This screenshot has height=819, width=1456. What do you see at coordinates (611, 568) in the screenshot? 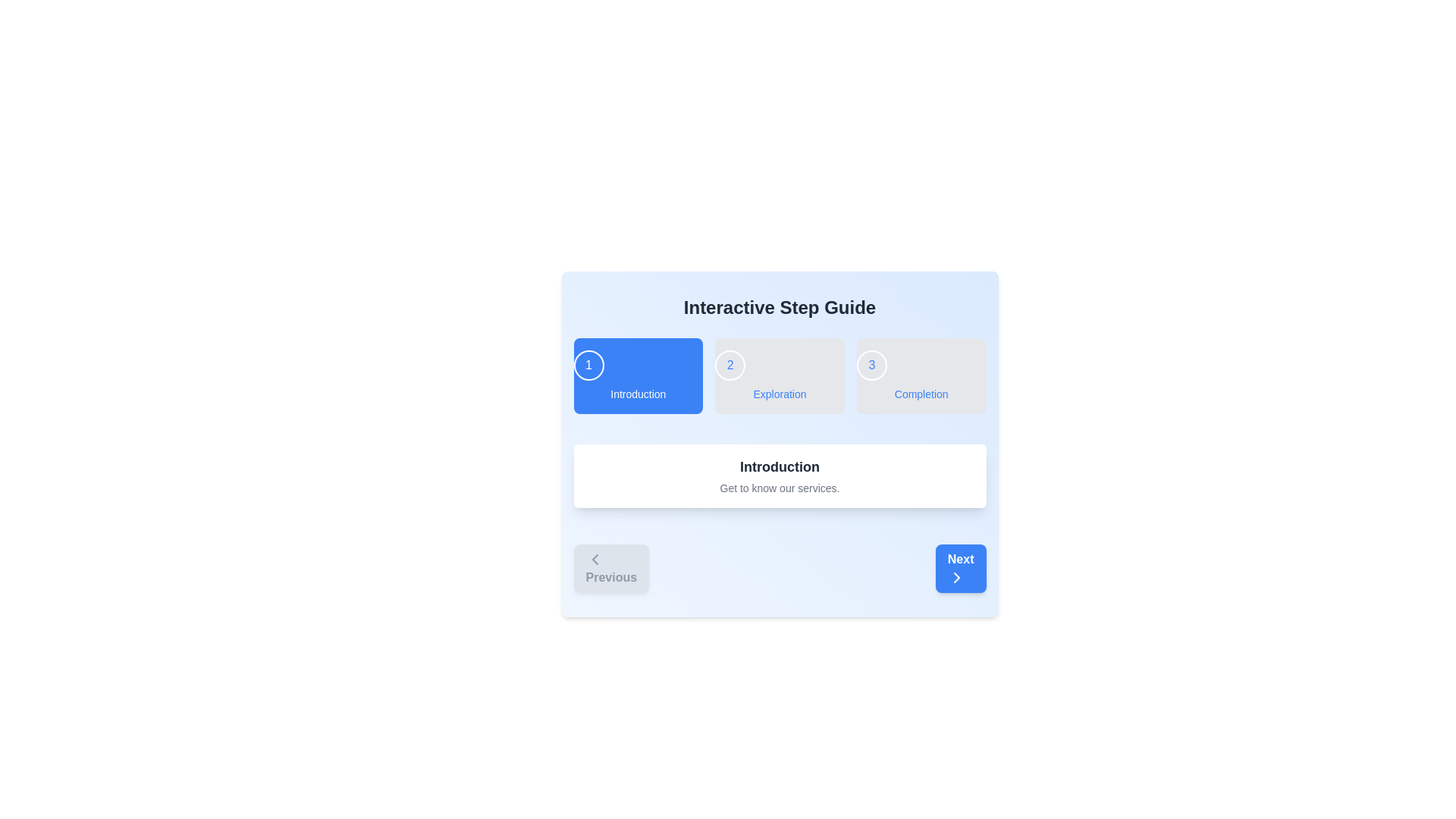
I see `the 'Previous' button located at the bottom left of the panel` at bounding box center [611, 568].